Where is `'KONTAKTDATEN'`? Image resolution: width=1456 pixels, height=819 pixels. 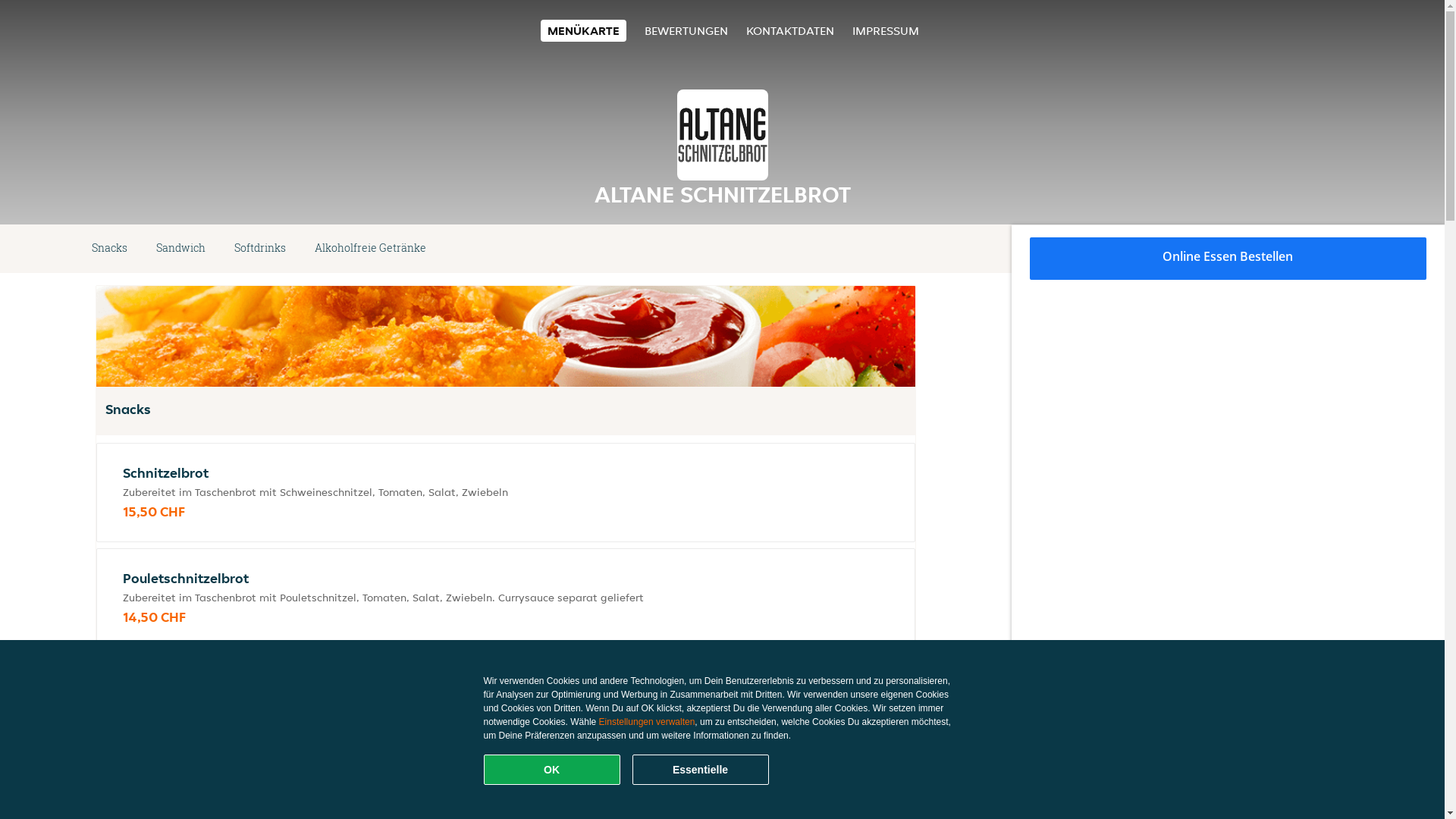
'KONTAKTDATEN' is located at coordinates (745, 30).